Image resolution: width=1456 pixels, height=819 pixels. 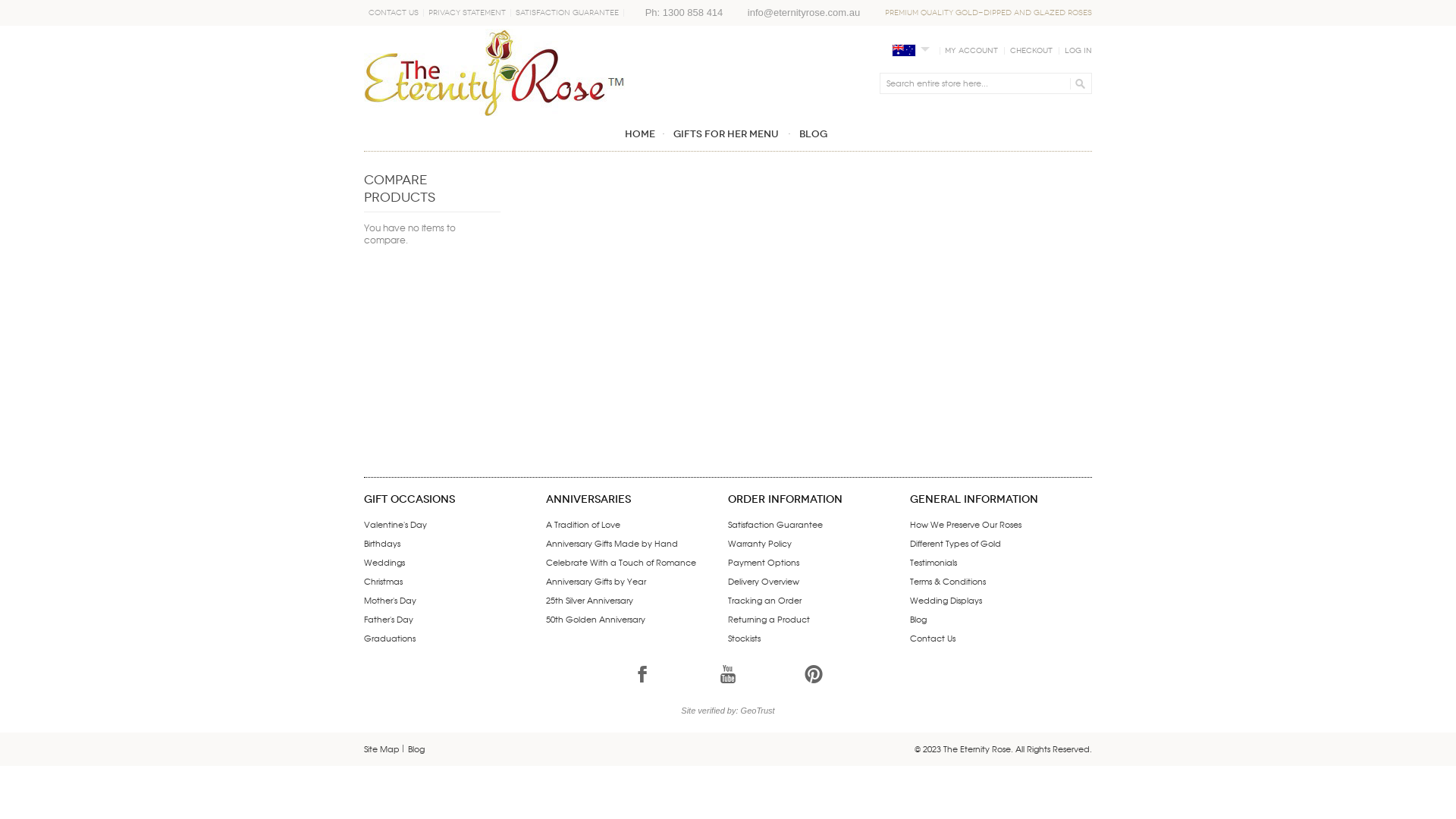 I want to click on 'Payment Options', so click(x=764, y=562).